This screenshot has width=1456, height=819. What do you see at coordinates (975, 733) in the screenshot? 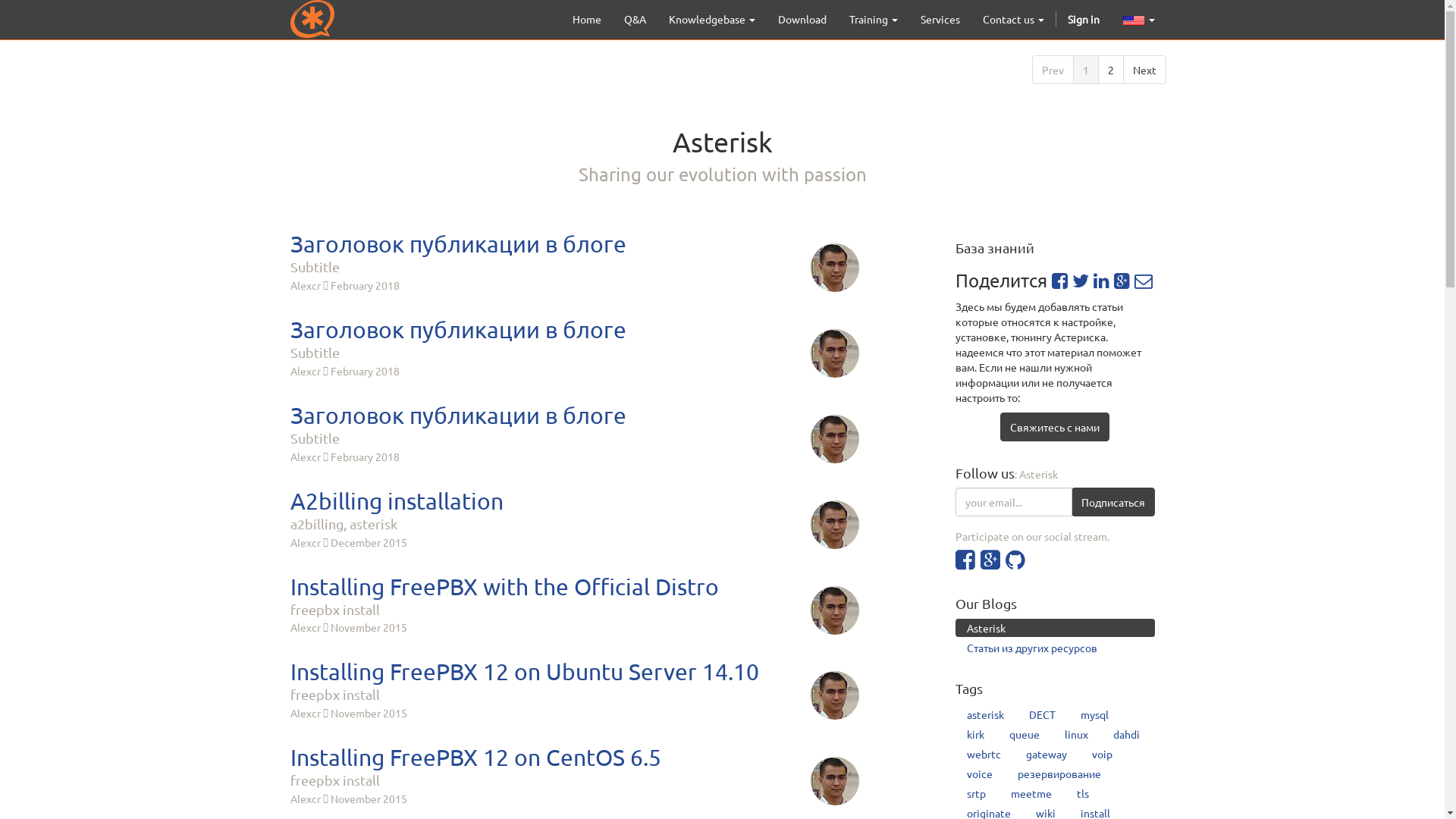
I see `'kirk'` at bounding box center [975, 733].